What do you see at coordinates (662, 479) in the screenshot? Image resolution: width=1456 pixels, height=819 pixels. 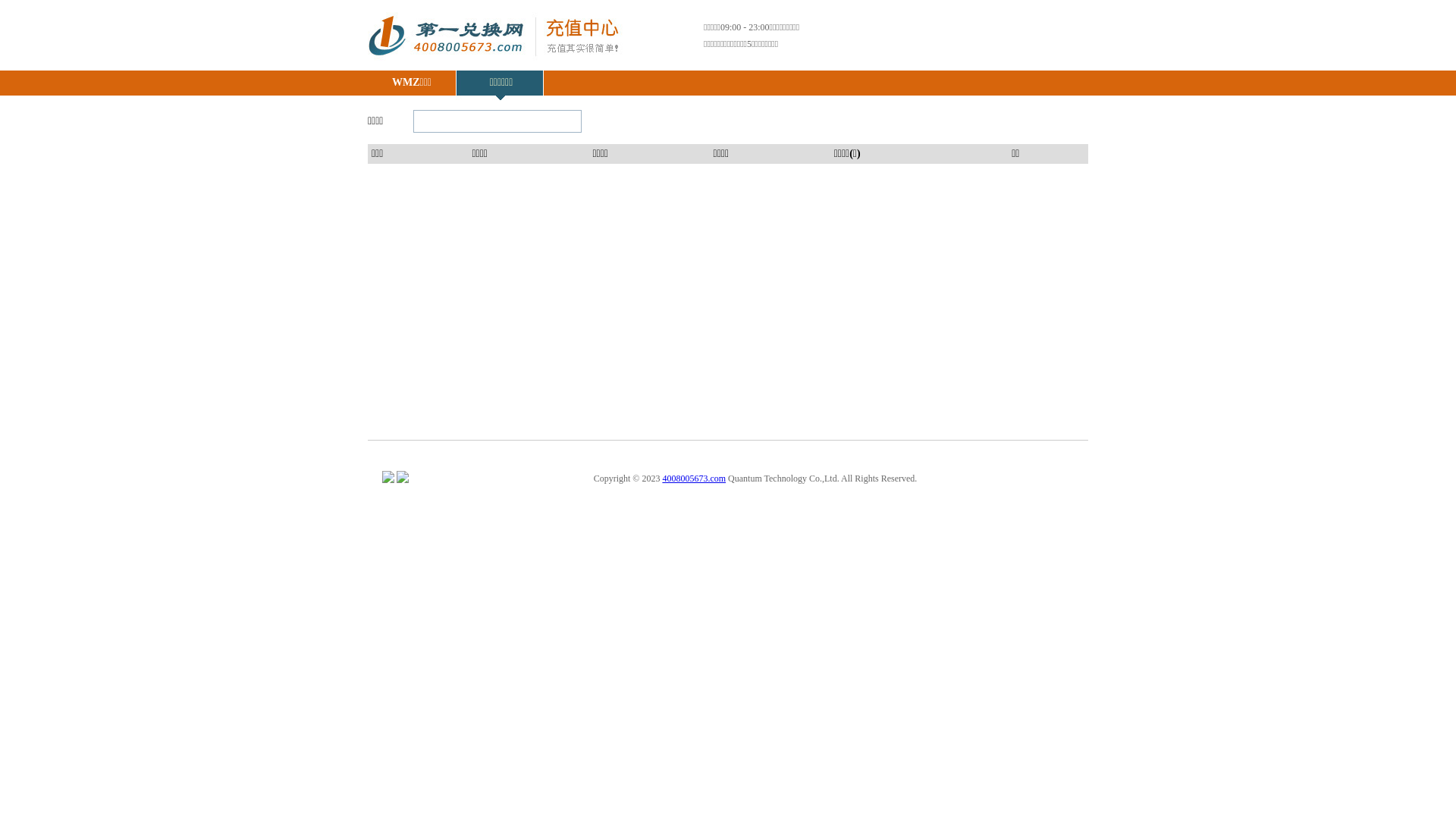 I see `'4008005673.com'` at bounding box center [662, 479].